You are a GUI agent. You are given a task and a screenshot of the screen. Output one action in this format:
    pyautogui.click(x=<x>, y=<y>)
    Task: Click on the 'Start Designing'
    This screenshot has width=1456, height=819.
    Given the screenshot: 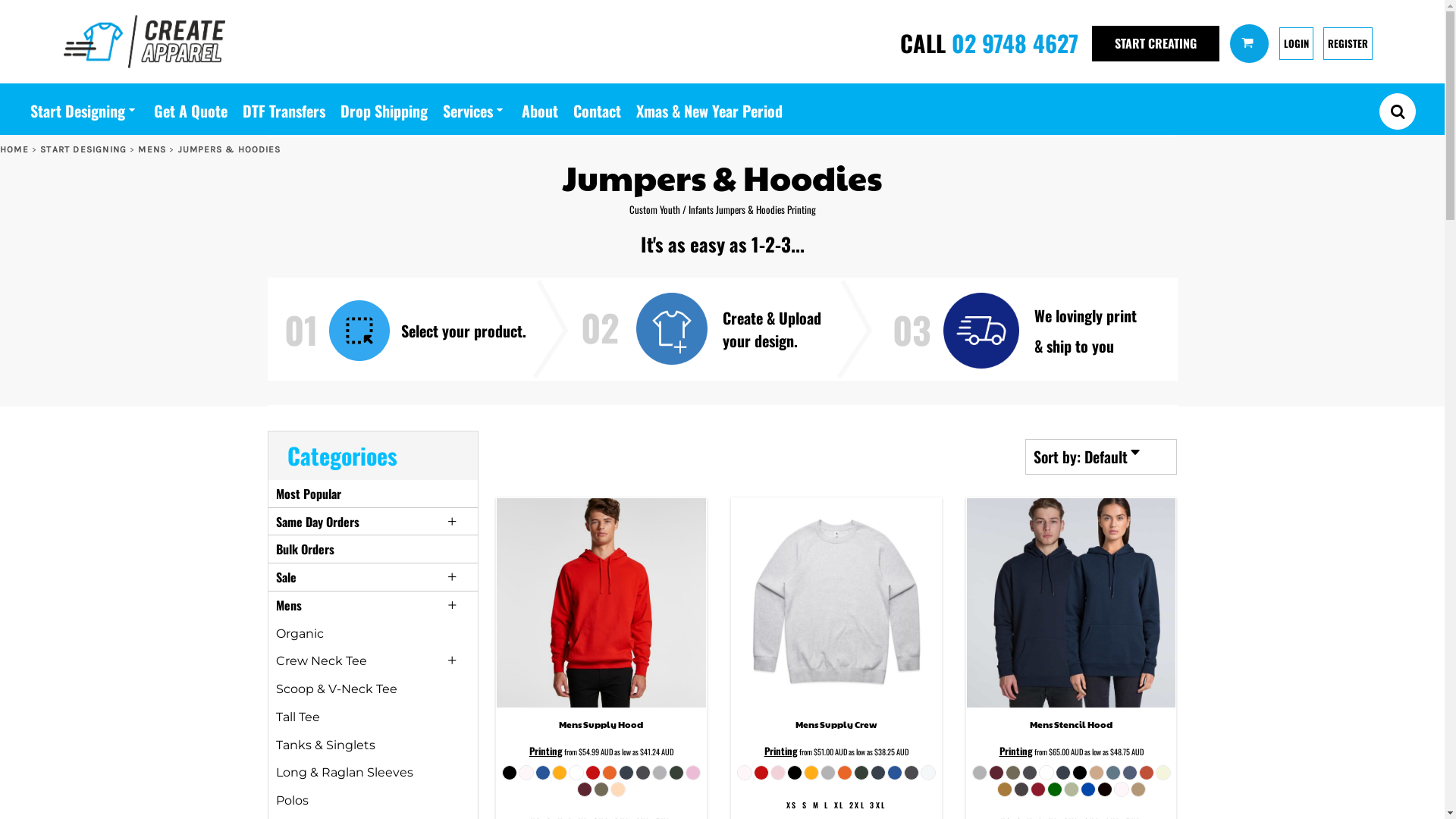 What is the action you would take?
    pyautogui.click(x=83, y=108)
    